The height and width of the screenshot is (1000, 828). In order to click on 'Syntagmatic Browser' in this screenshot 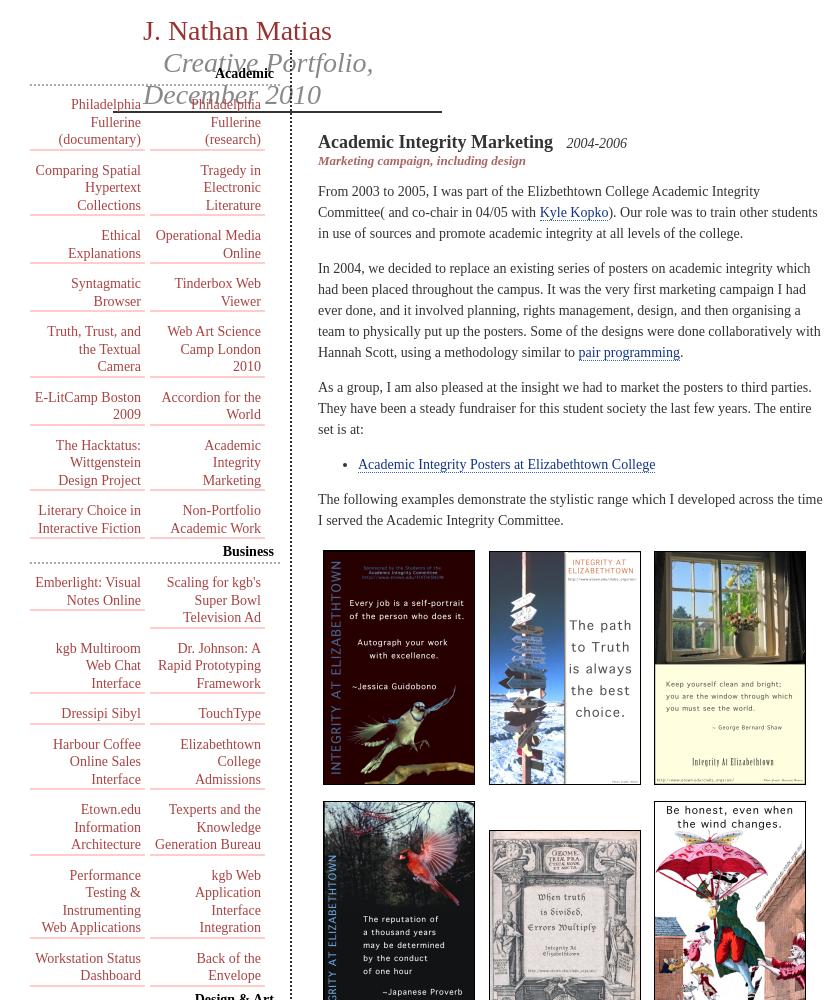, I will do `click(104, 292)`.